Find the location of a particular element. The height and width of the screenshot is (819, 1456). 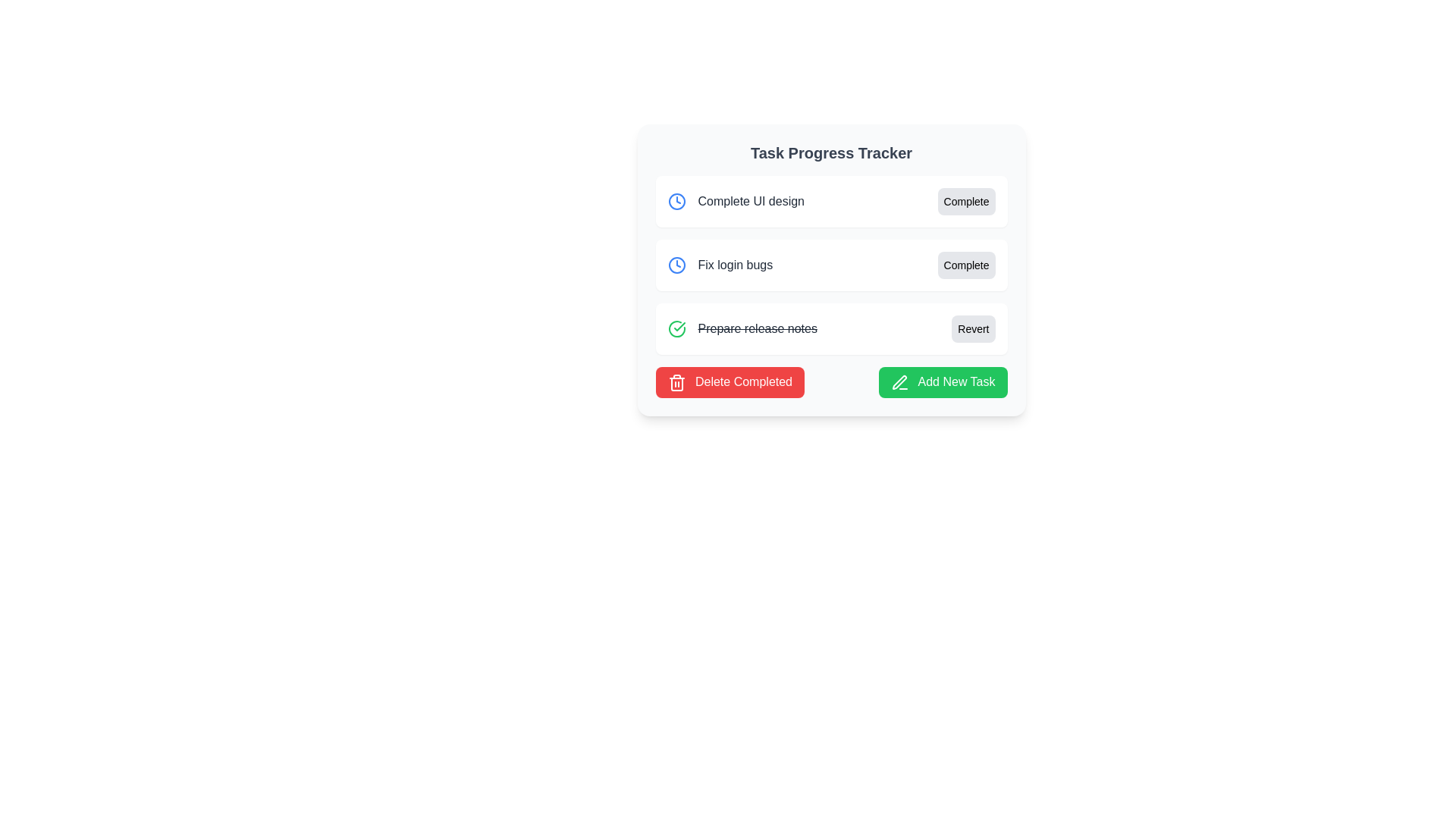

the trash bin icon within the red 'Delete Completed' button located at the bottom left corner of the task management interface is located at coordinates (676, 383).